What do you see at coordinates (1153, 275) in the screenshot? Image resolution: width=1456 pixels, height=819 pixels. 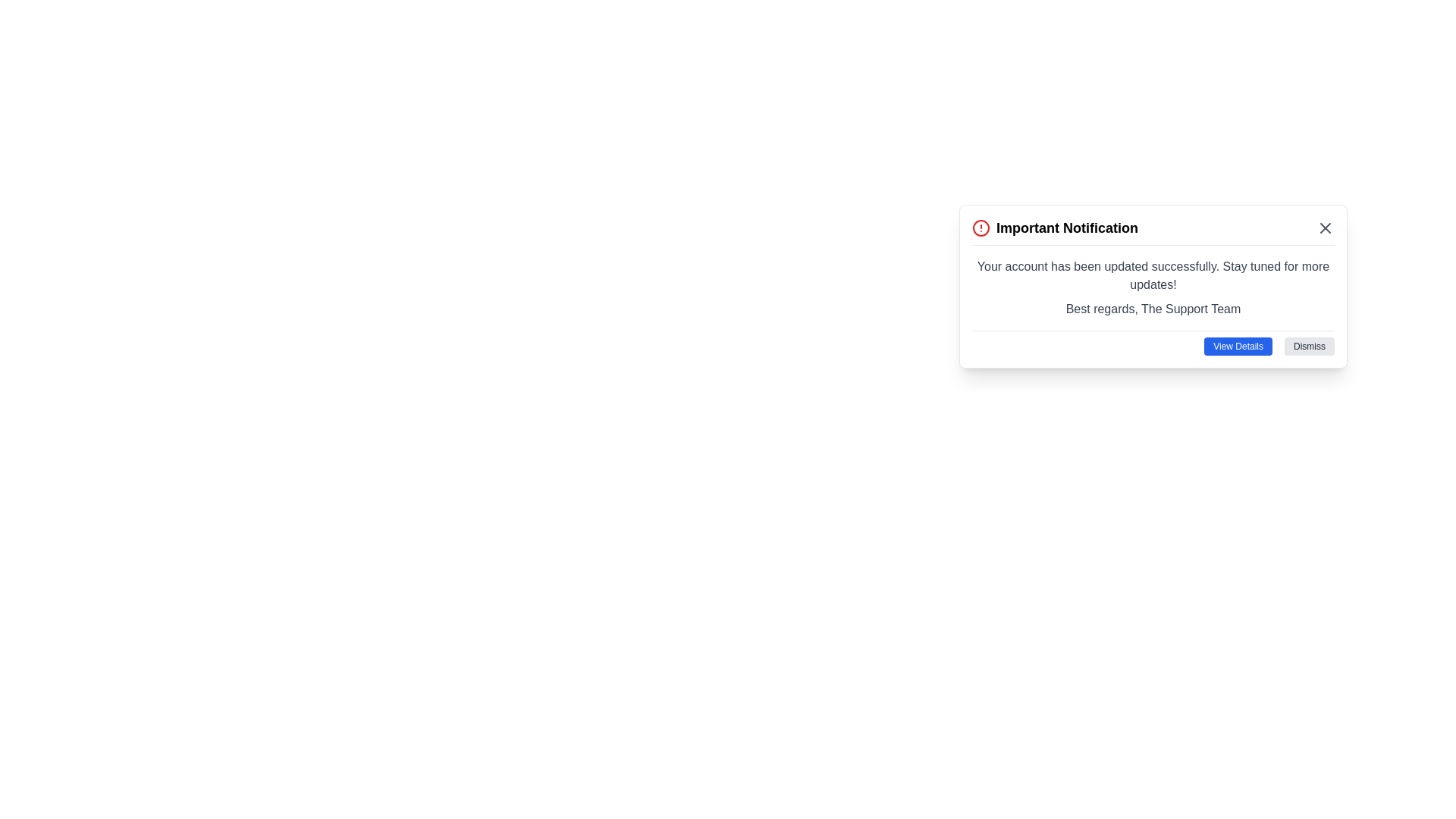 I see `message displayed in the text block that says 'Your account has been updated successfully. Stay tuned for more updates!' located within the notification modal box` at bounding box center [1153, 275].